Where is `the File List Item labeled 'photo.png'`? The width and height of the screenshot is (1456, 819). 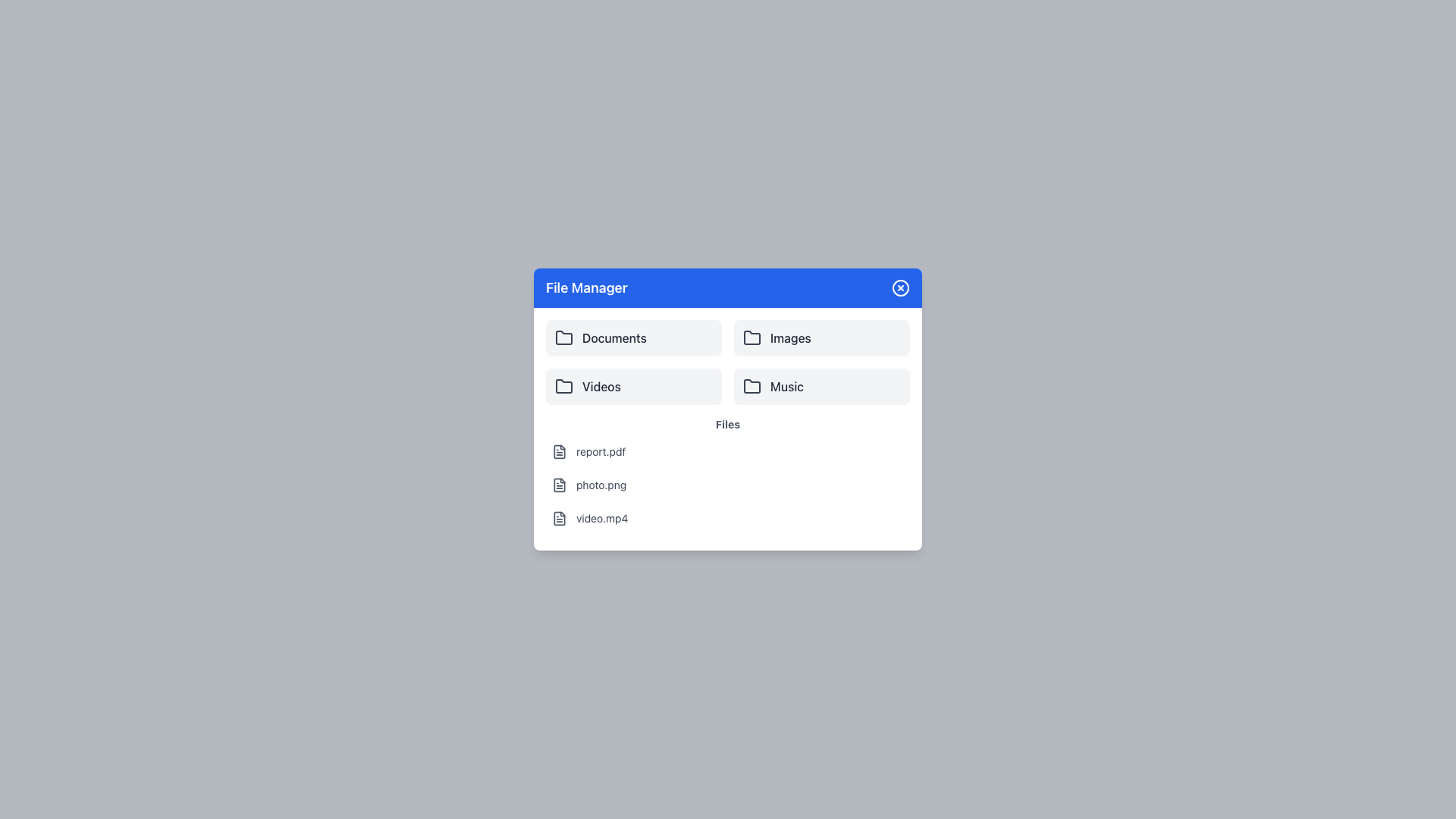
the File List Item labeled 'photo.png' is located at coordinates (728, 485).